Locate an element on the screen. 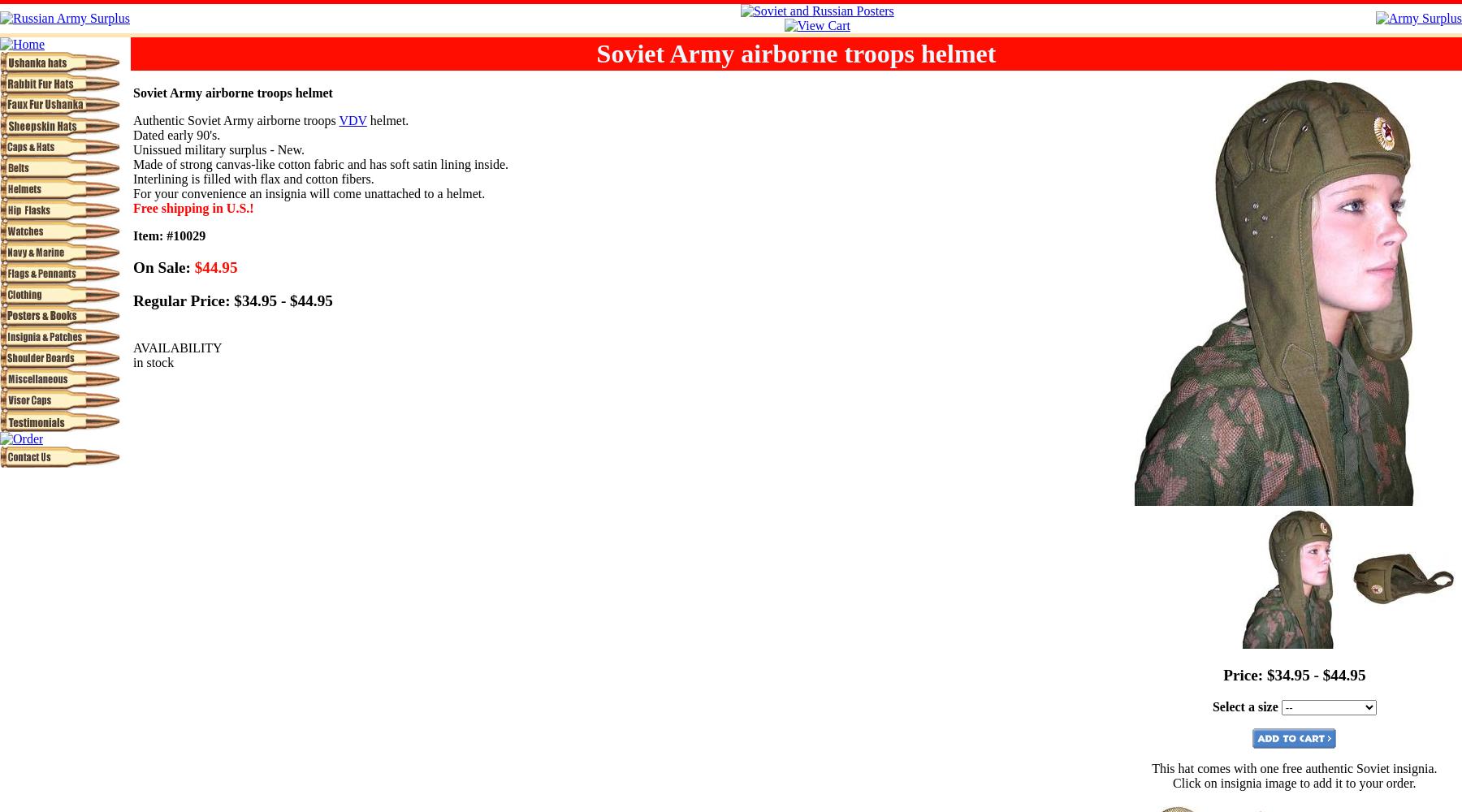 This screenshot has width=1462, height=812. 'Interlining is filled with flax and cotton fibers.' is located at coordinates (252, 178).